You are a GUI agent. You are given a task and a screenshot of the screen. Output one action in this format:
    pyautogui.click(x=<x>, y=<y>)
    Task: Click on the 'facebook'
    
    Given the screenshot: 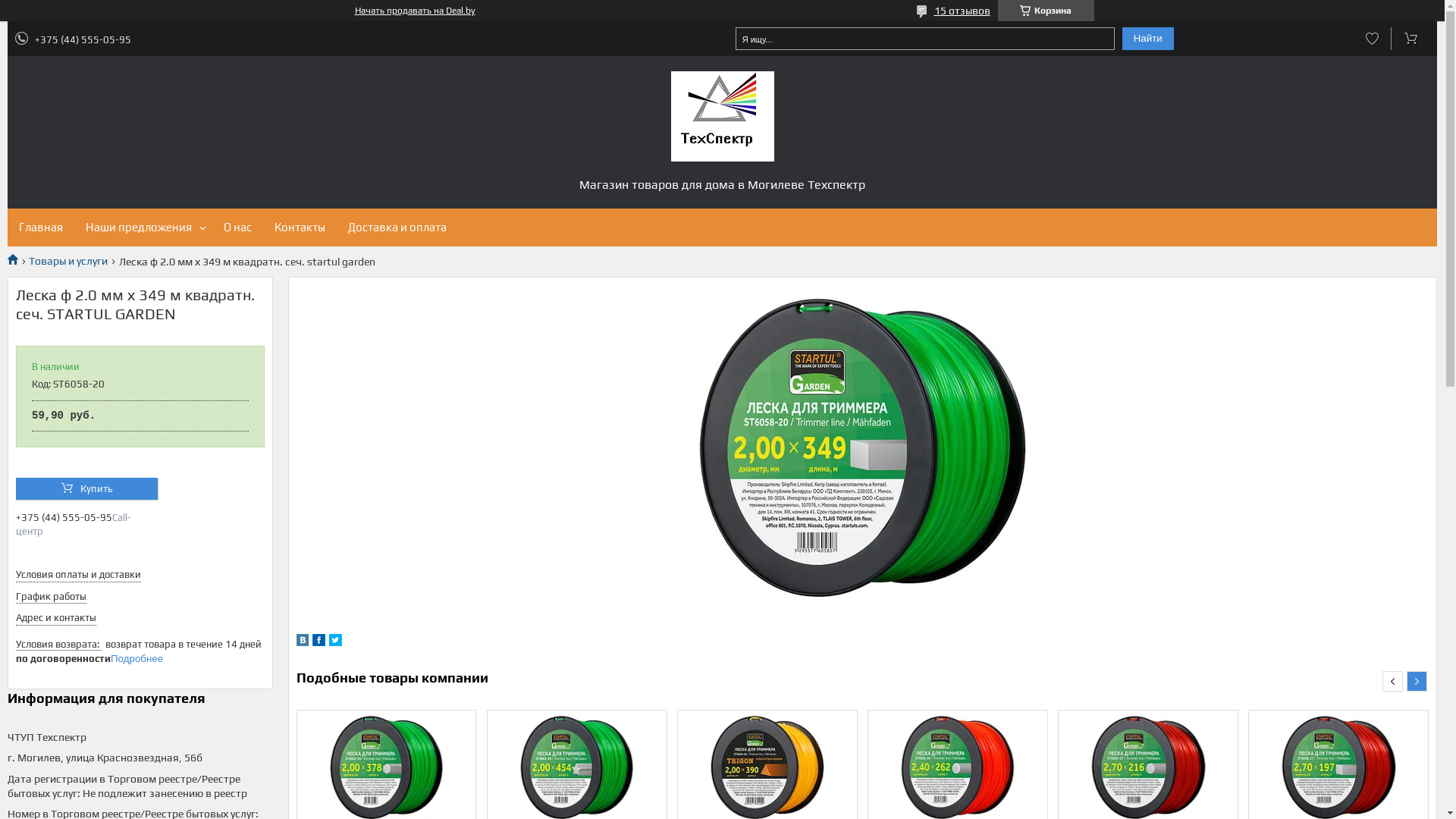 What is the action you would take?
    pyautogui.click(x=312, y=642)
    